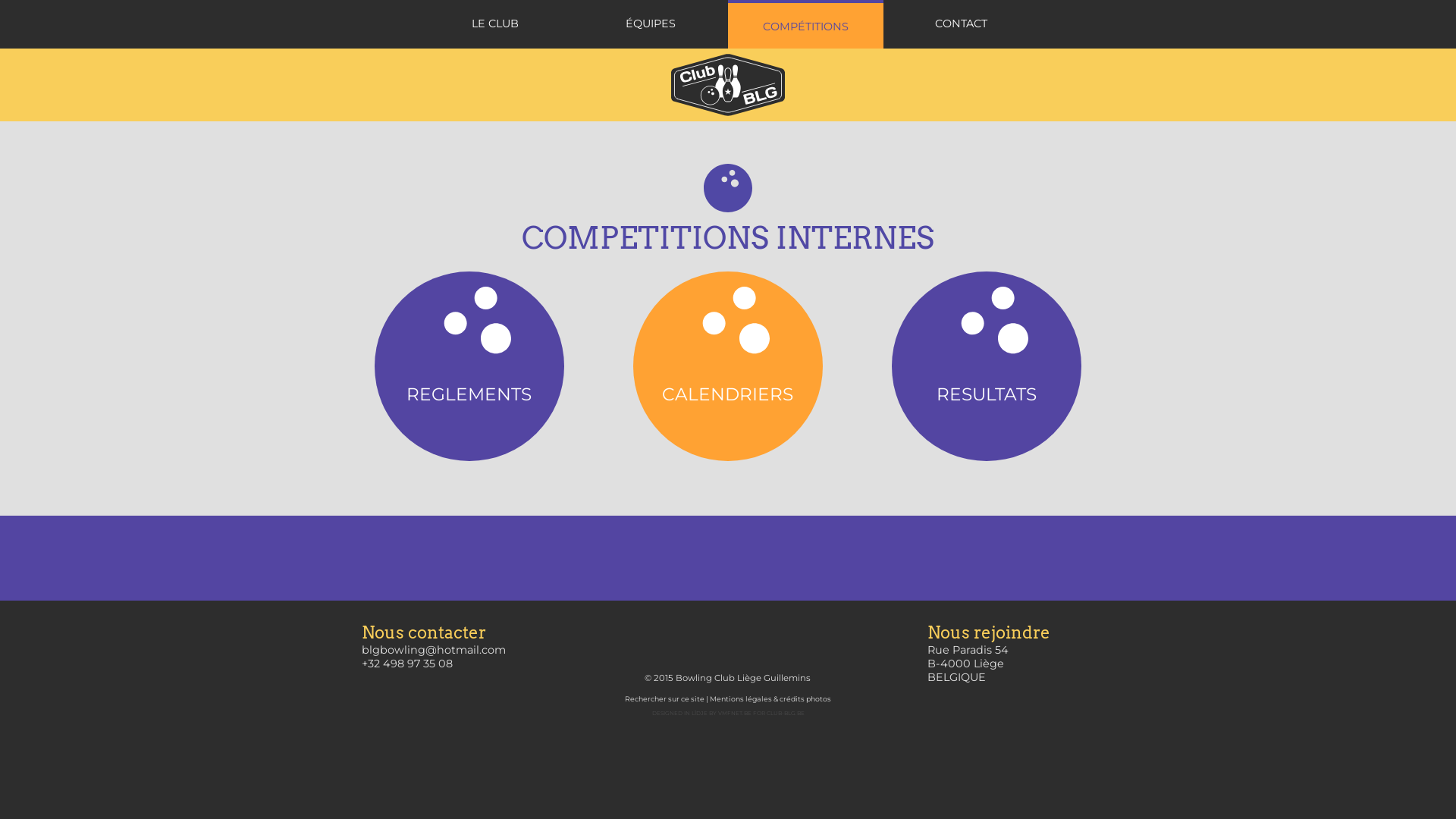 The image size is (1456, 819). What do you see at coordinates (494, 24) in the screenshot?
I see `'LE CLUB'` at bounding box center [494, 24].